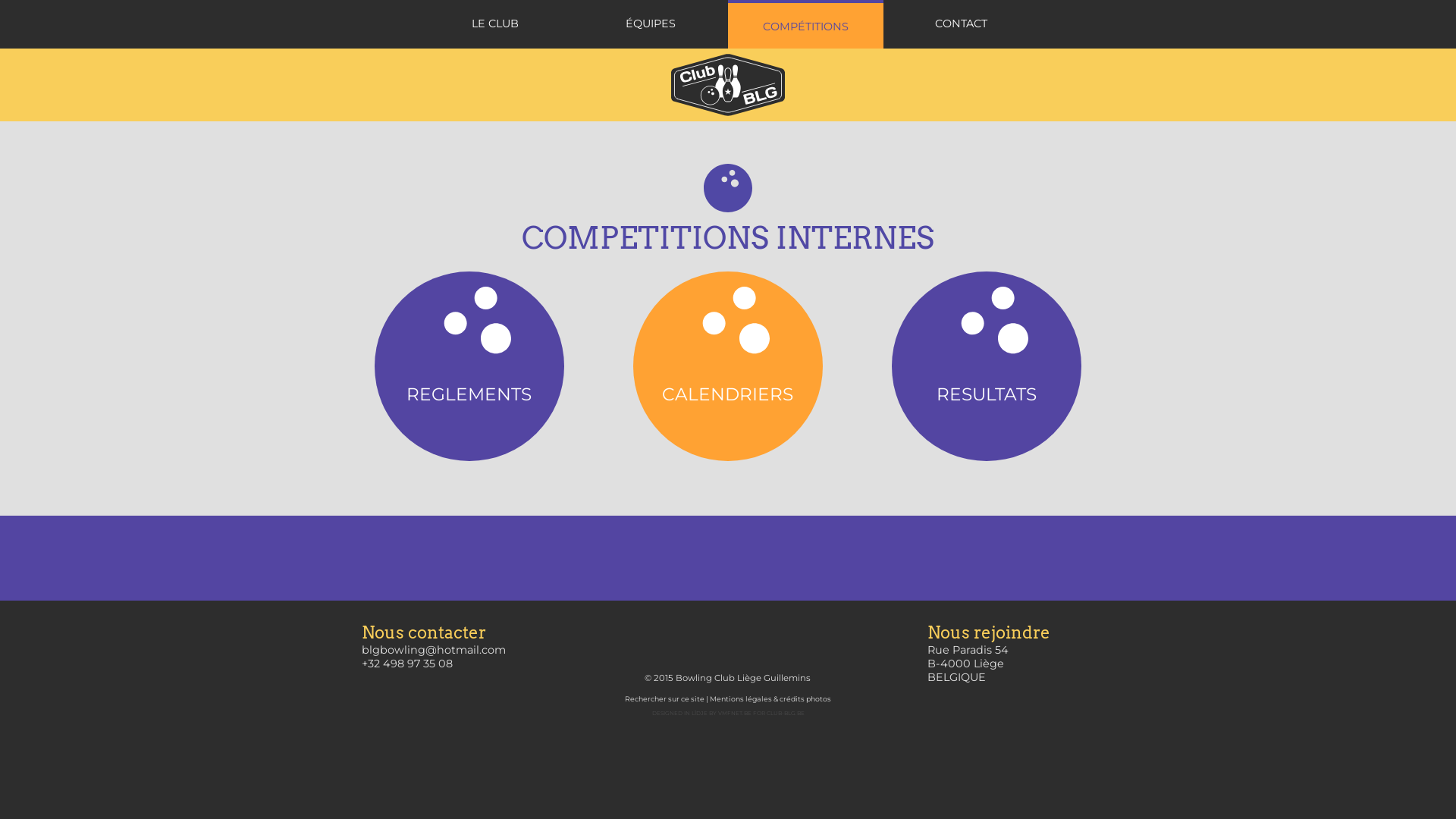 The image size is (1456, 819). What do you see at coordinates (494, 24) in the screenshot?
I see `'LE CLUB'` at bounding box center [494, 24].